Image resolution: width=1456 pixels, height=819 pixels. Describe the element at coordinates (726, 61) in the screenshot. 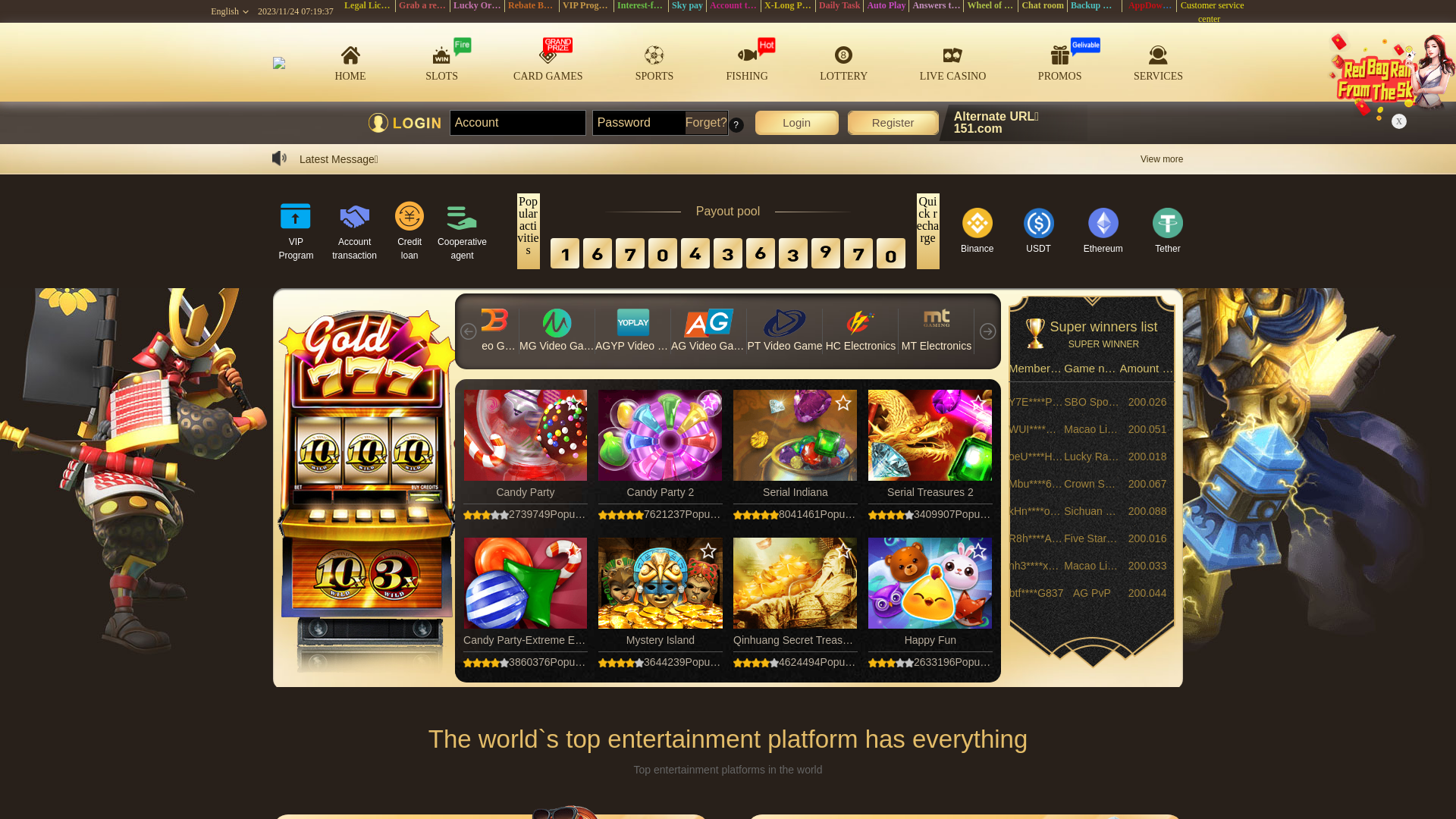

I see `'FISHING'` at that location.